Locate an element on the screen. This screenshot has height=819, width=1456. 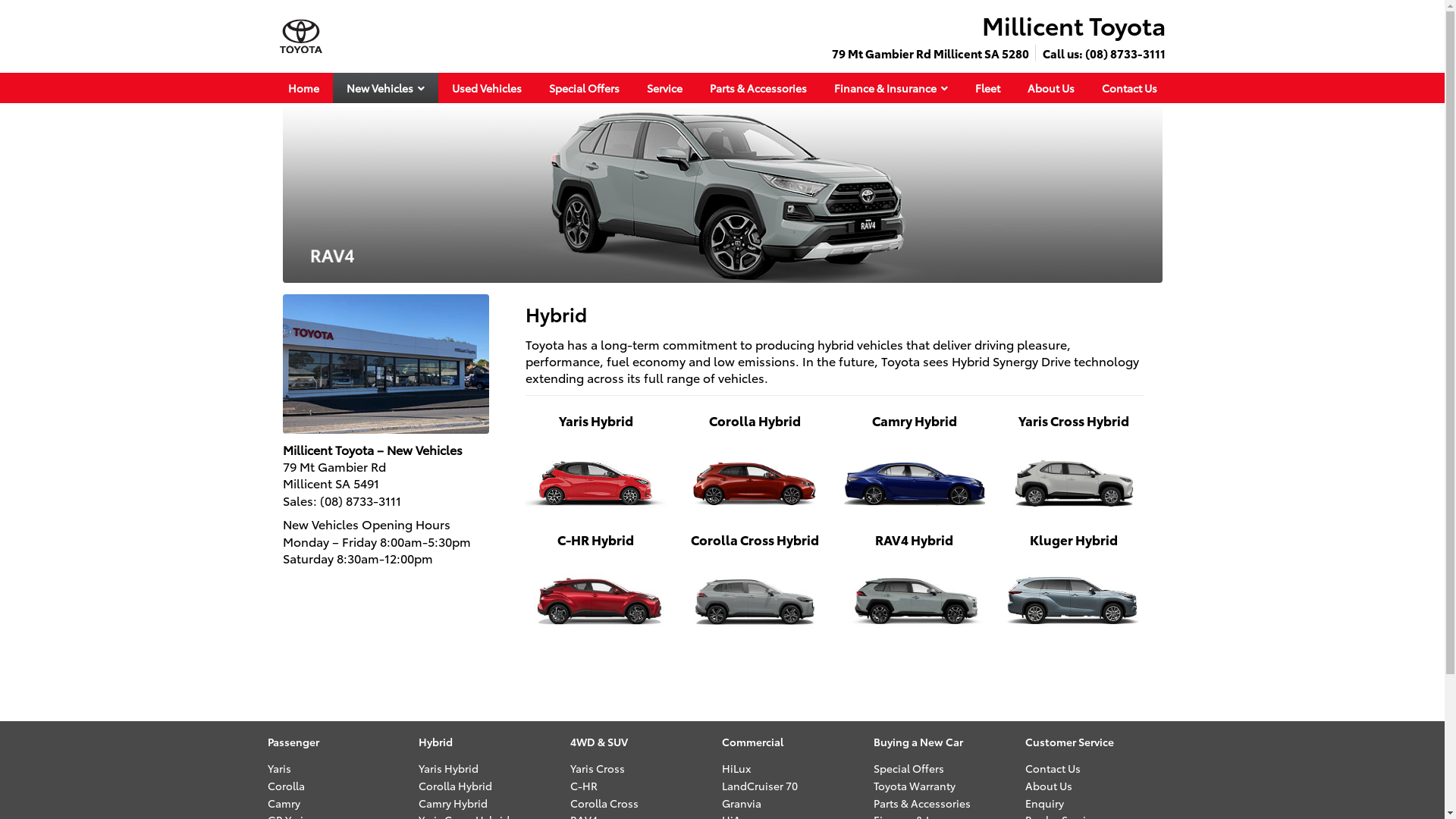
'HiLux' is located at coordinates (736, 768).